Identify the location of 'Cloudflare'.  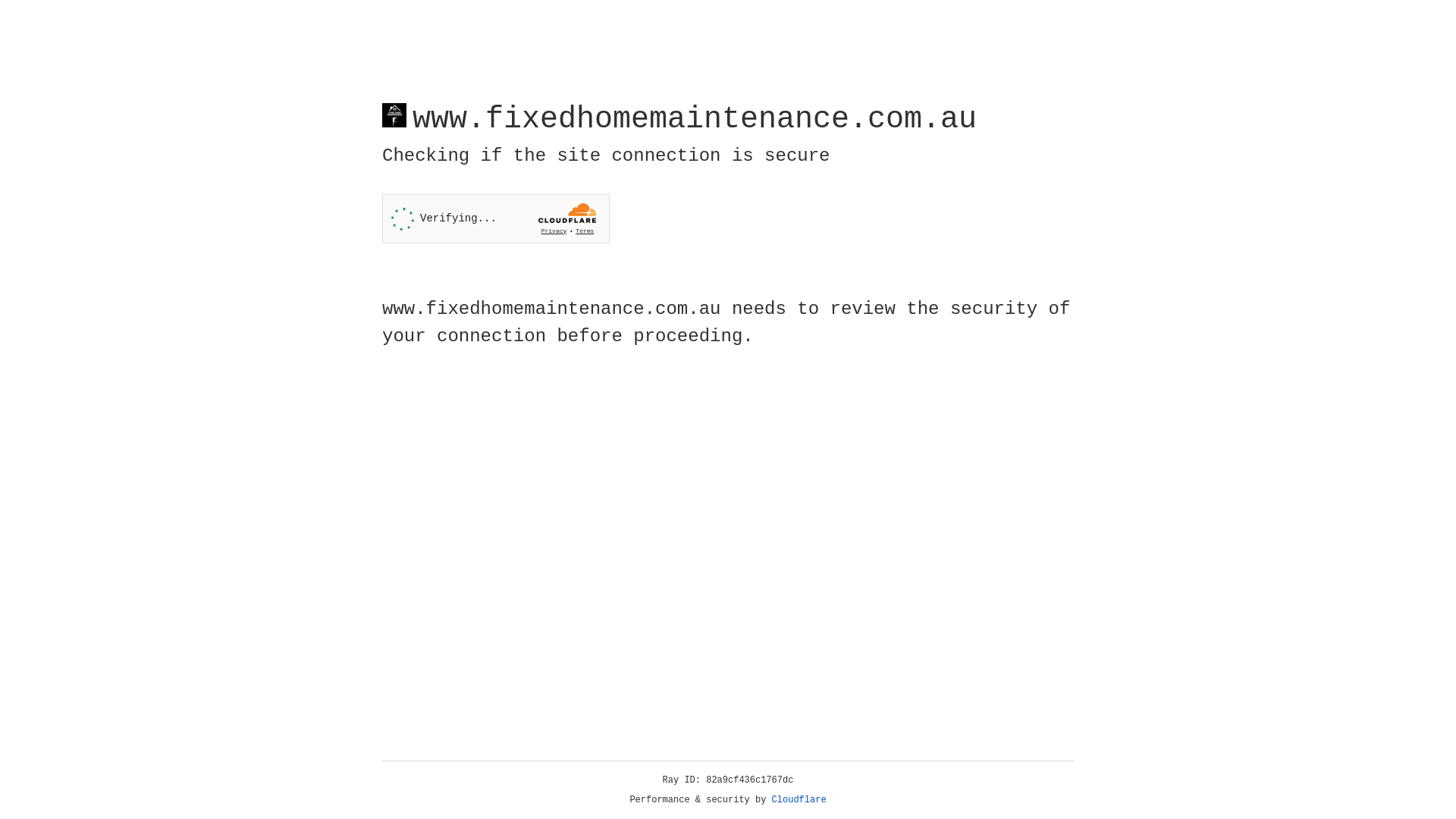
(799, 799).